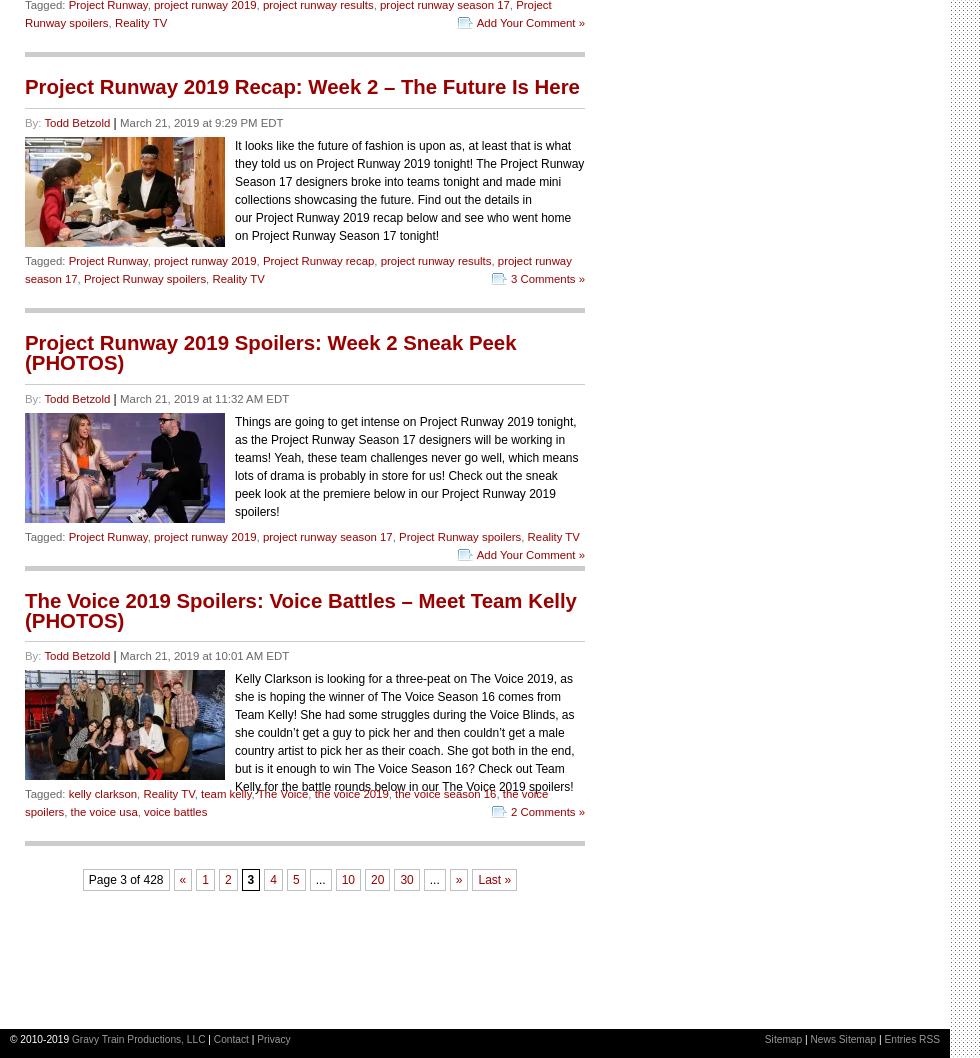 The image size is (980, 1058). I want to click on 'the voice spoilers', so click(286, 802).